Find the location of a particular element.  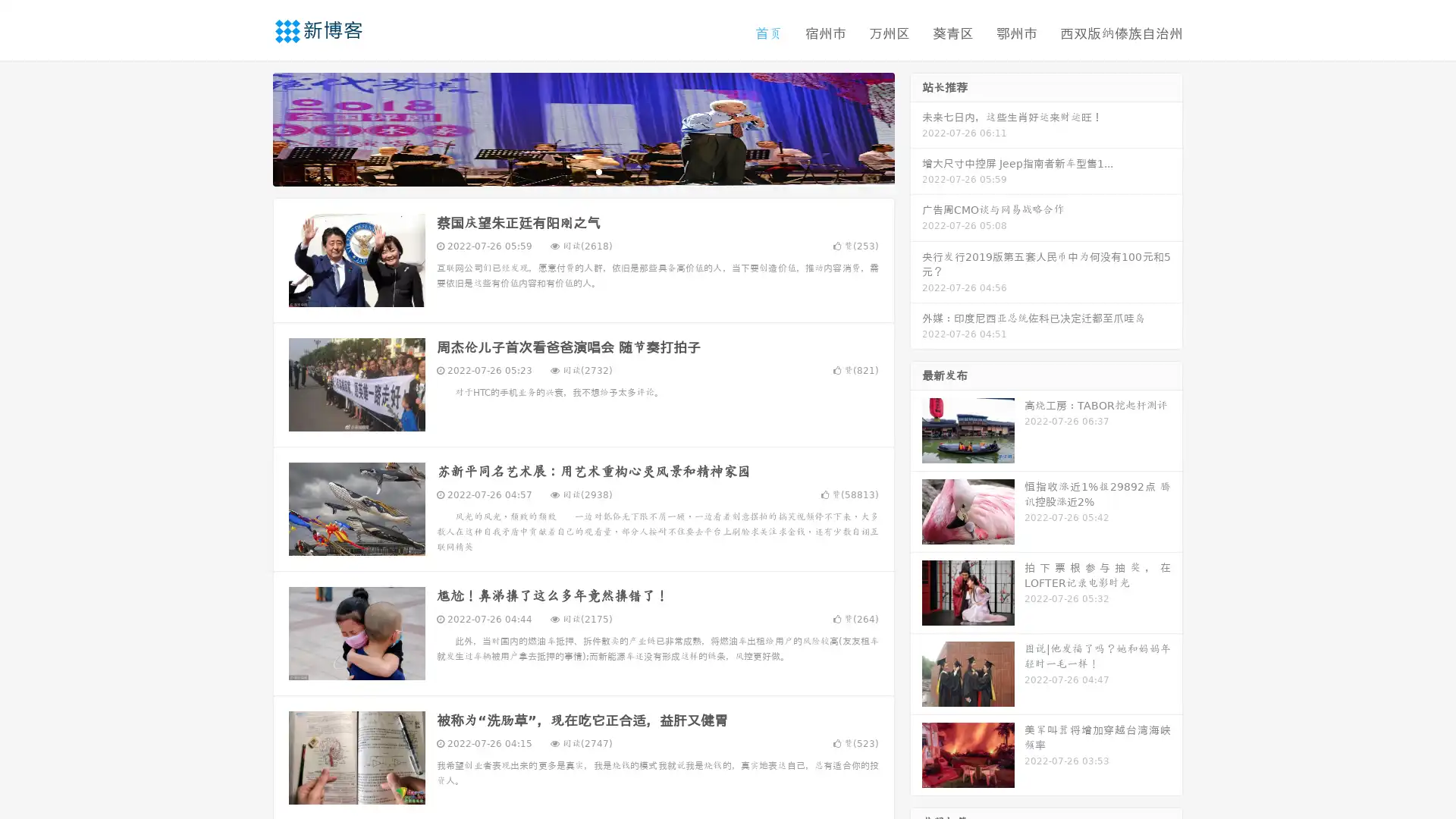

Go to slide 1 is located at coordinates (567, 171).